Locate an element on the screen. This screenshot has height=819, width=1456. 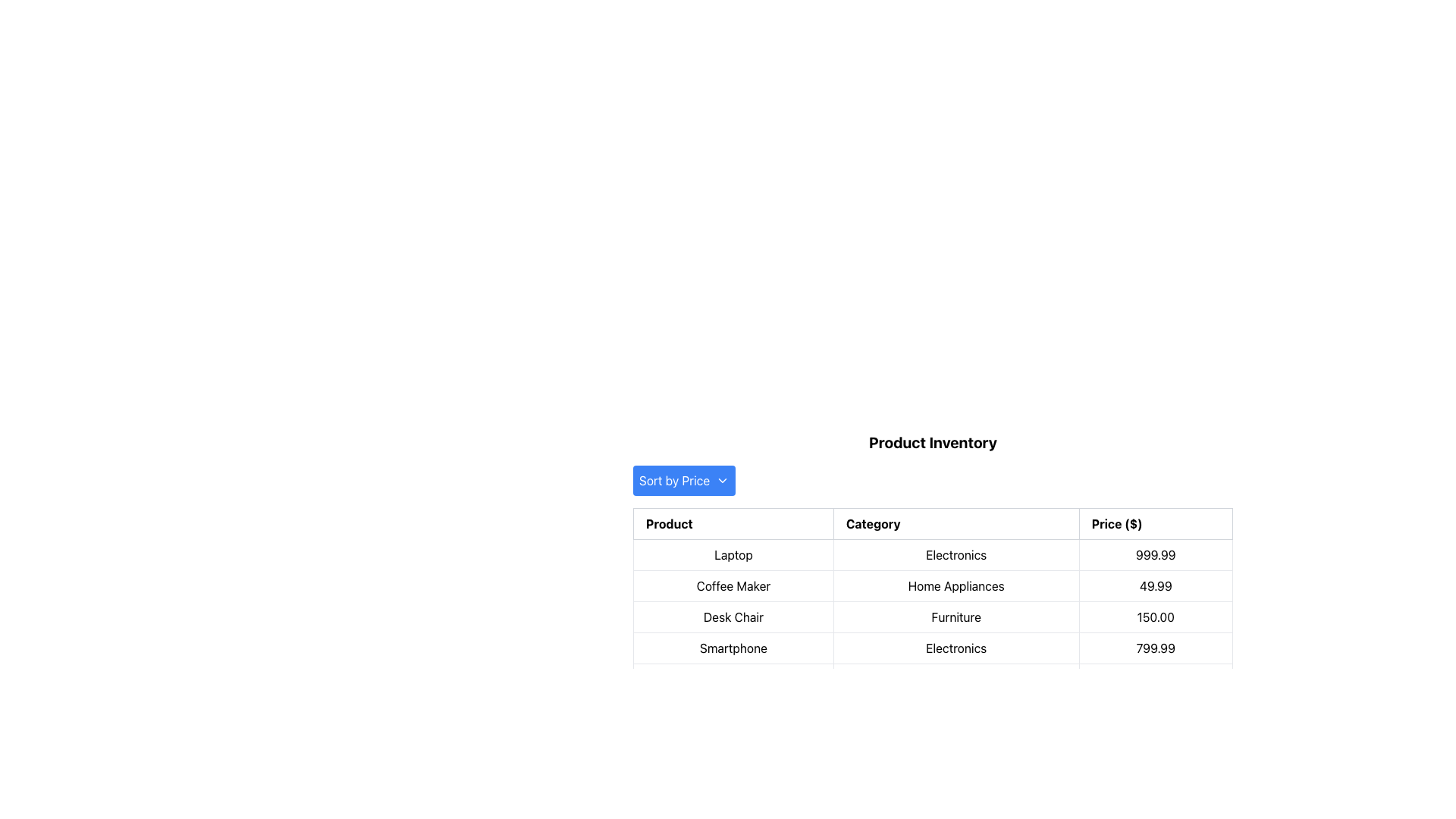
the Dropdown button located below the 'Product Inventory' title is located at coordinates (683, 480).